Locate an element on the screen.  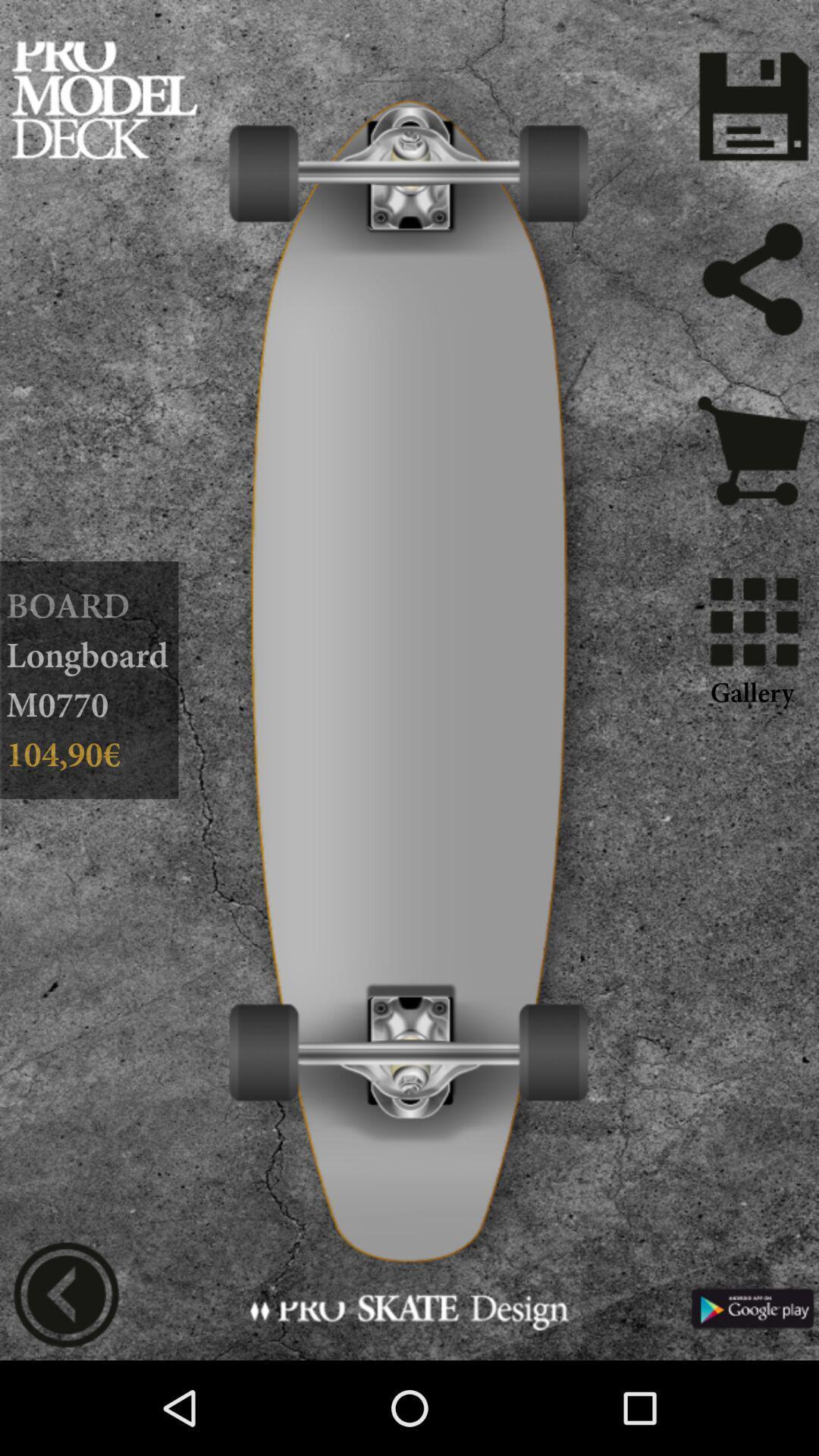
the arrow_backward icon is located at coordinates (65, 1385).